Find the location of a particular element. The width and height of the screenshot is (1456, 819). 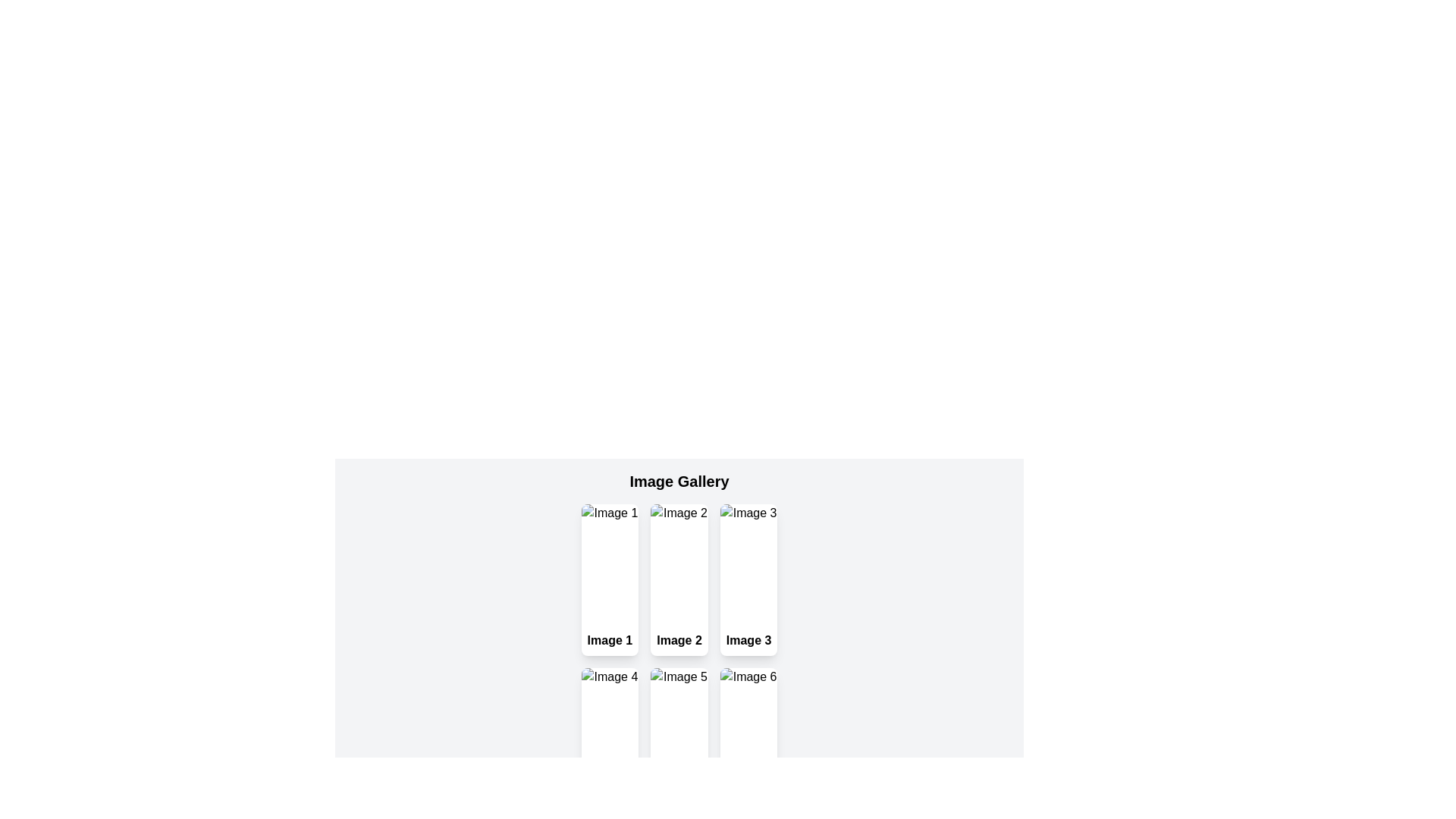

text label located directly below the 'Image 2' placeholder in the second column of the grid structure, which provides context for the visual content is located at coordinates (679, 640).